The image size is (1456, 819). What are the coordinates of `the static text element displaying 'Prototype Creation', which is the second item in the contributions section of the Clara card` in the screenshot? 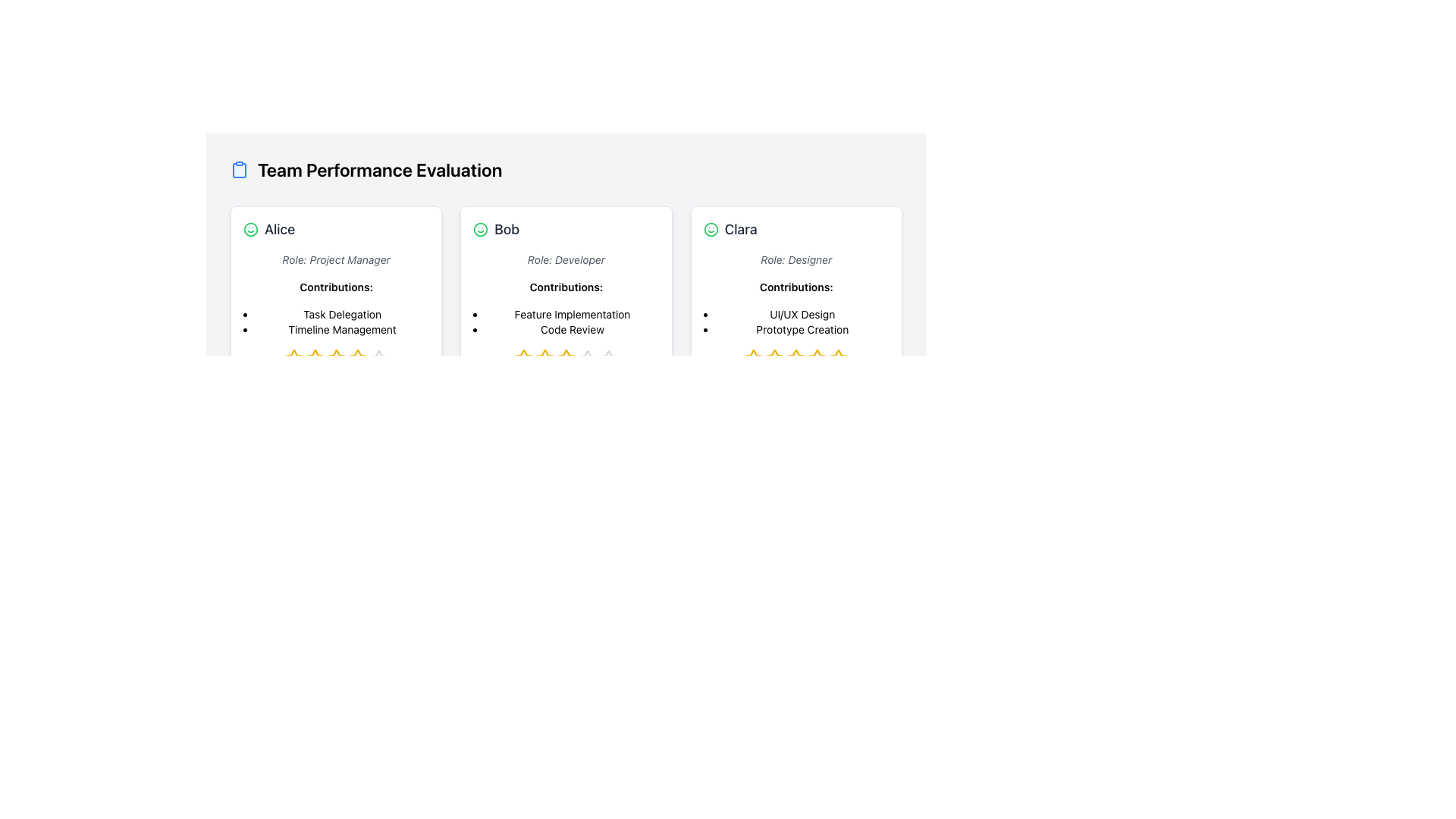 It's located at (802, 329).